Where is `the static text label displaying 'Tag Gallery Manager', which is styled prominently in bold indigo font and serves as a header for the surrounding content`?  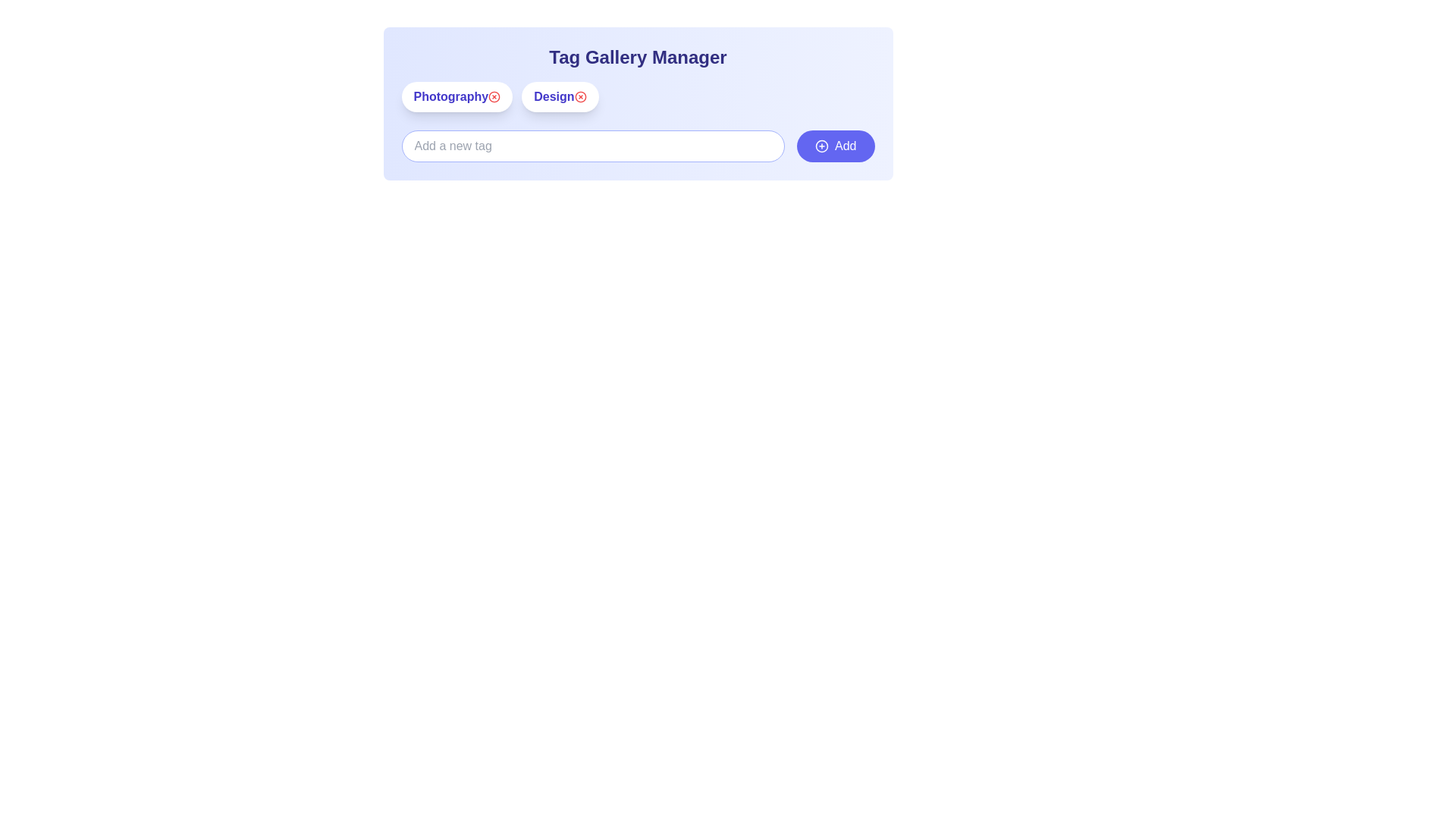 the static text label displaying 'Tag Gallery Manager', which is styled prominently in bold indigo font and serves as a header for the surrounding content is located at coordinates (638, 57).